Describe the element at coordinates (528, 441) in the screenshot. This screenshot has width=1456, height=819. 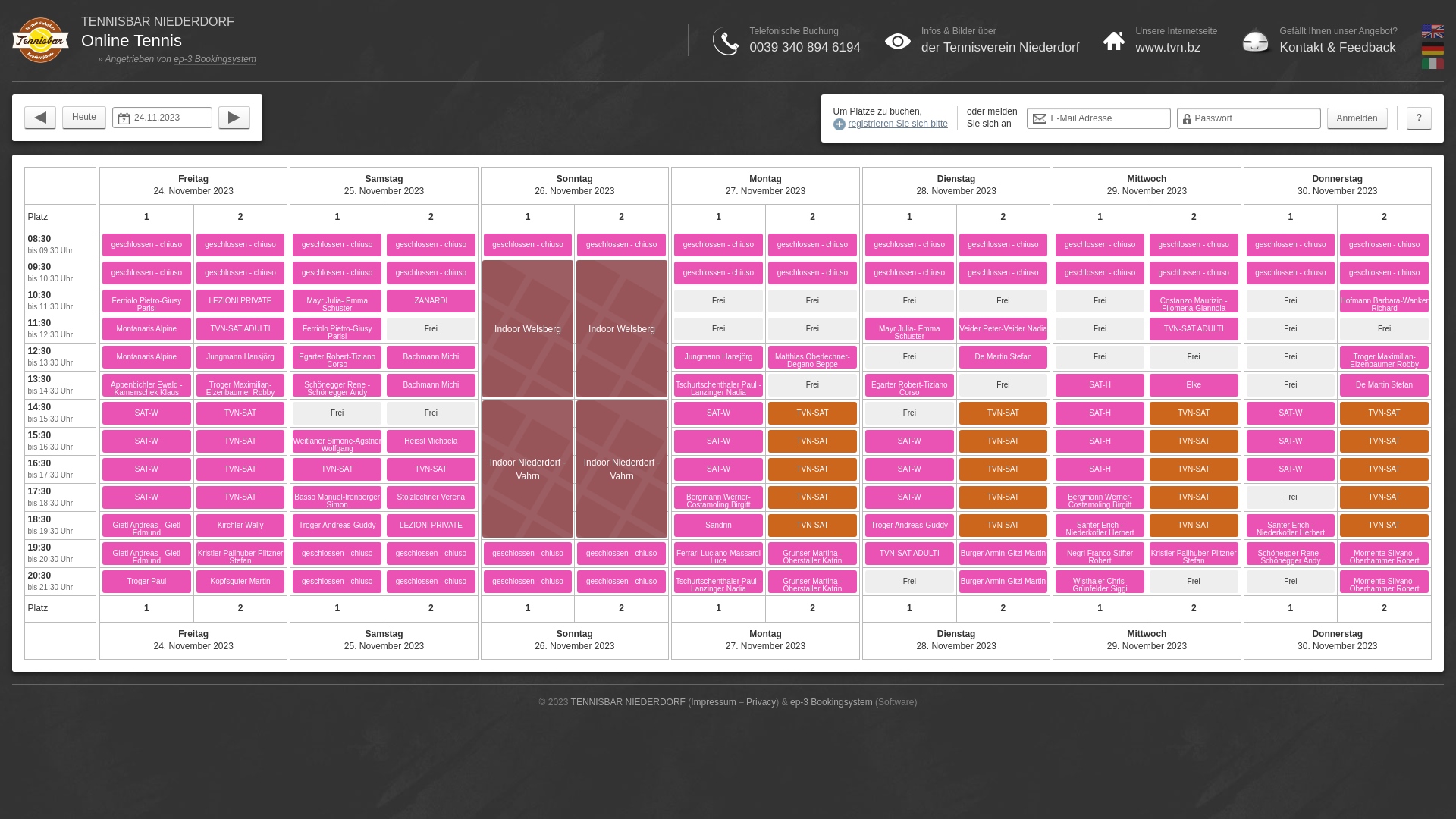
I see `'Indoor Niederdorf - Vahrn'` at that location.